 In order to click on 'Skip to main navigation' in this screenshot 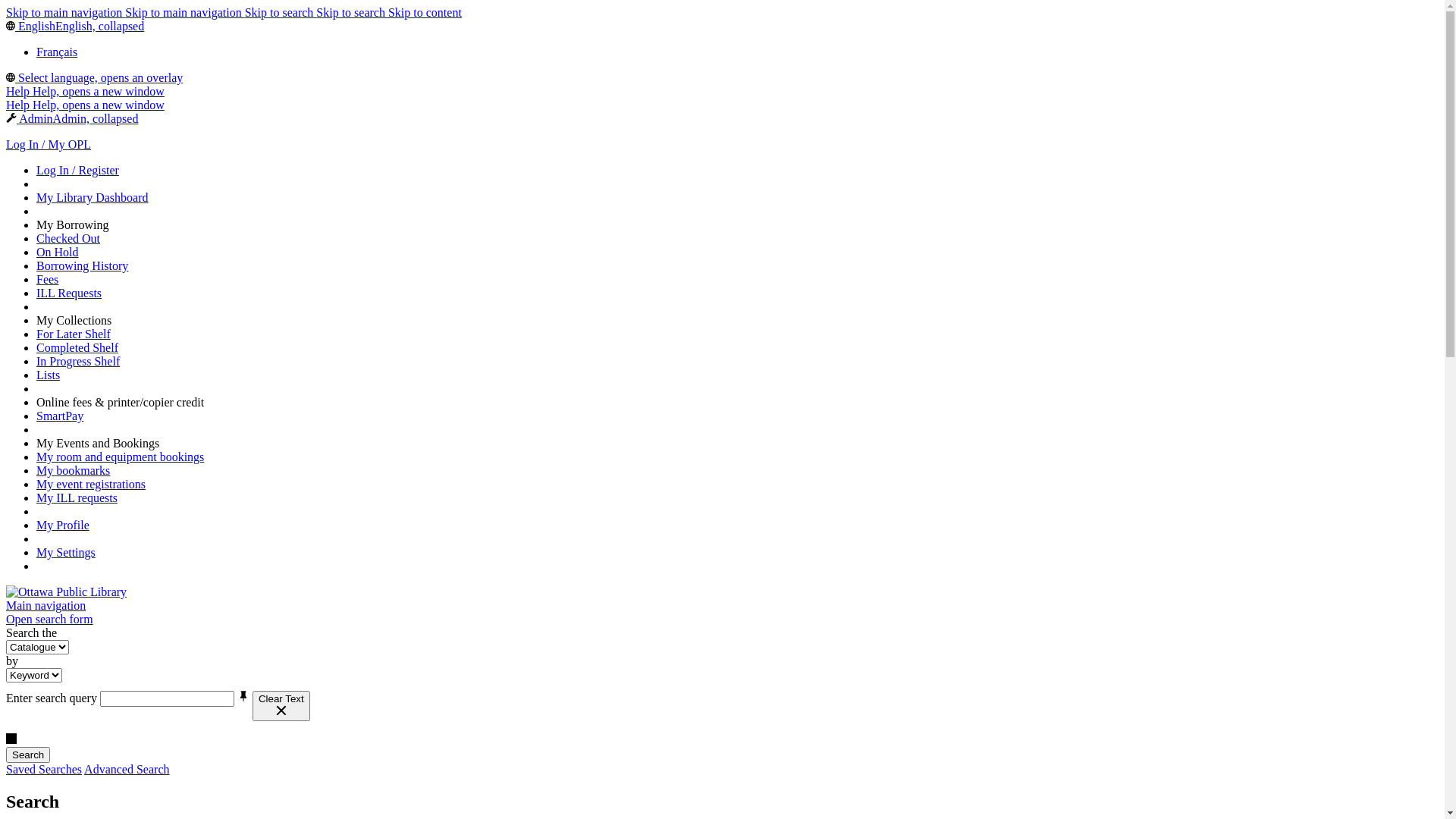, I will do `click(64, 12)`.